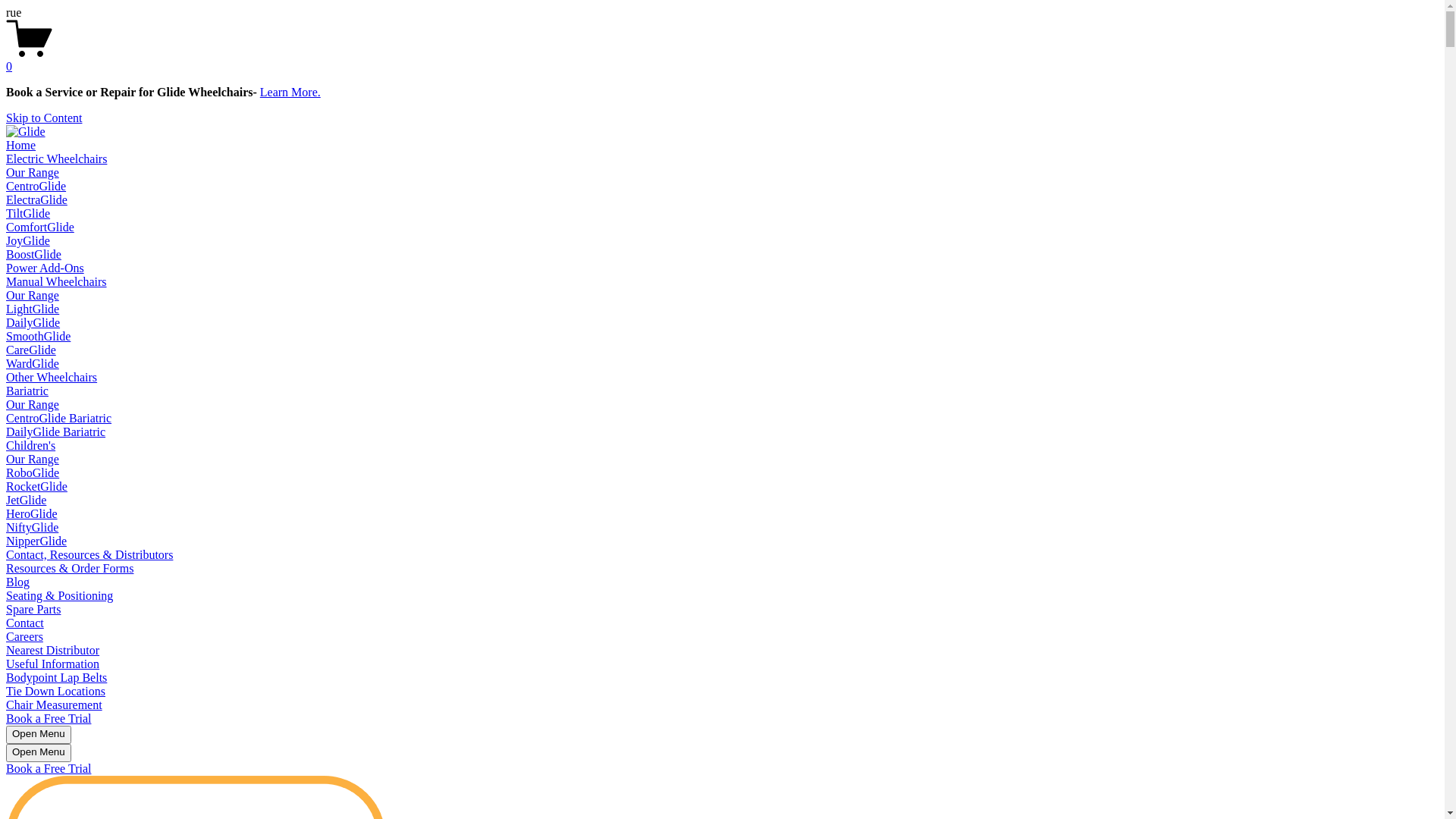  I want to click on 'CareGlide', so click(31, 350).